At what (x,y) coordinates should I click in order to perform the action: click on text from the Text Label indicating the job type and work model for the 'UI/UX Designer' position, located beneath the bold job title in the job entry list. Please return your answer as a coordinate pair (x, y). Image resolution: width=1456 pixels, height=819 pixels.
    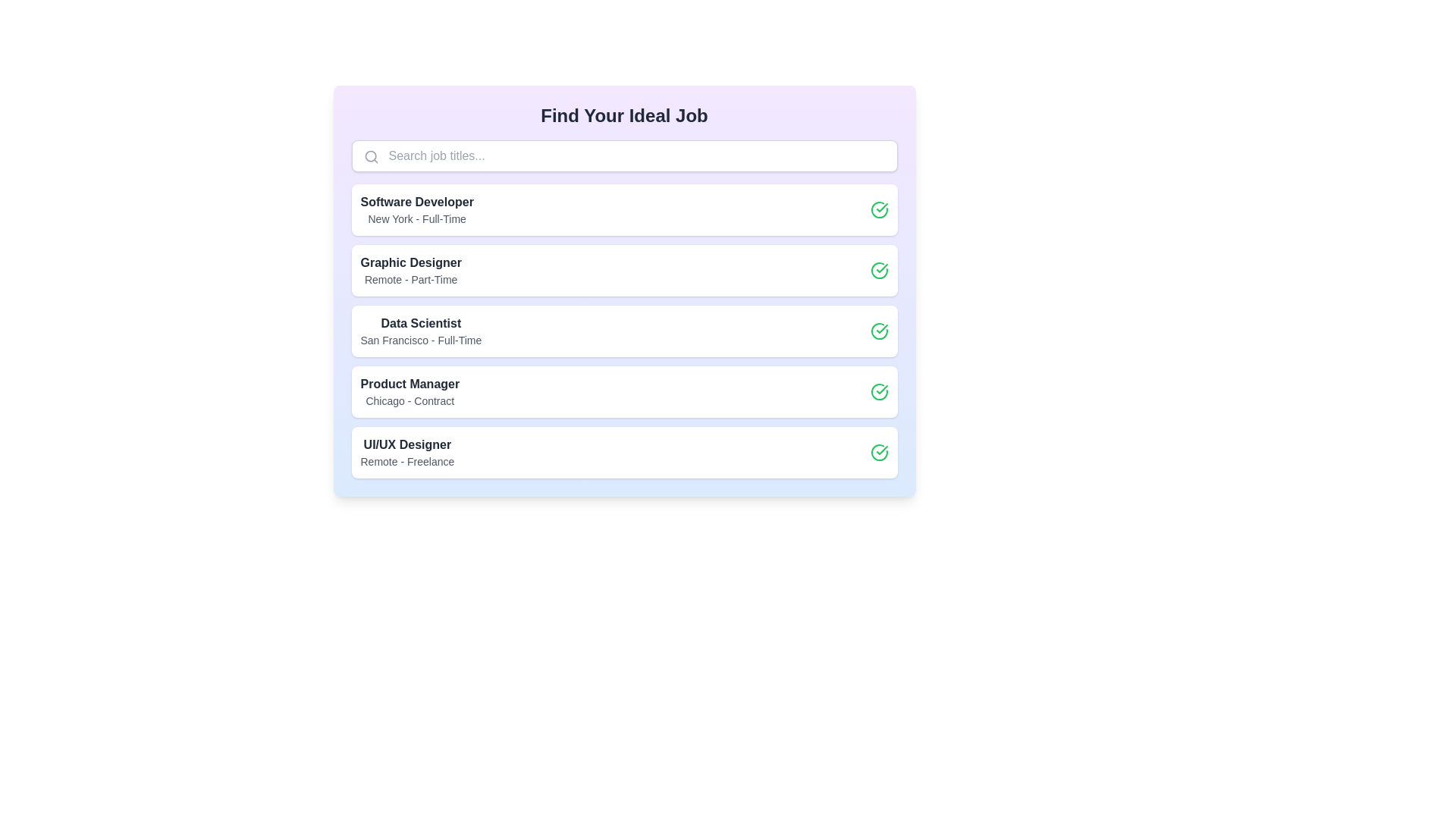
    Looking at the image, I should click on (407, 461).